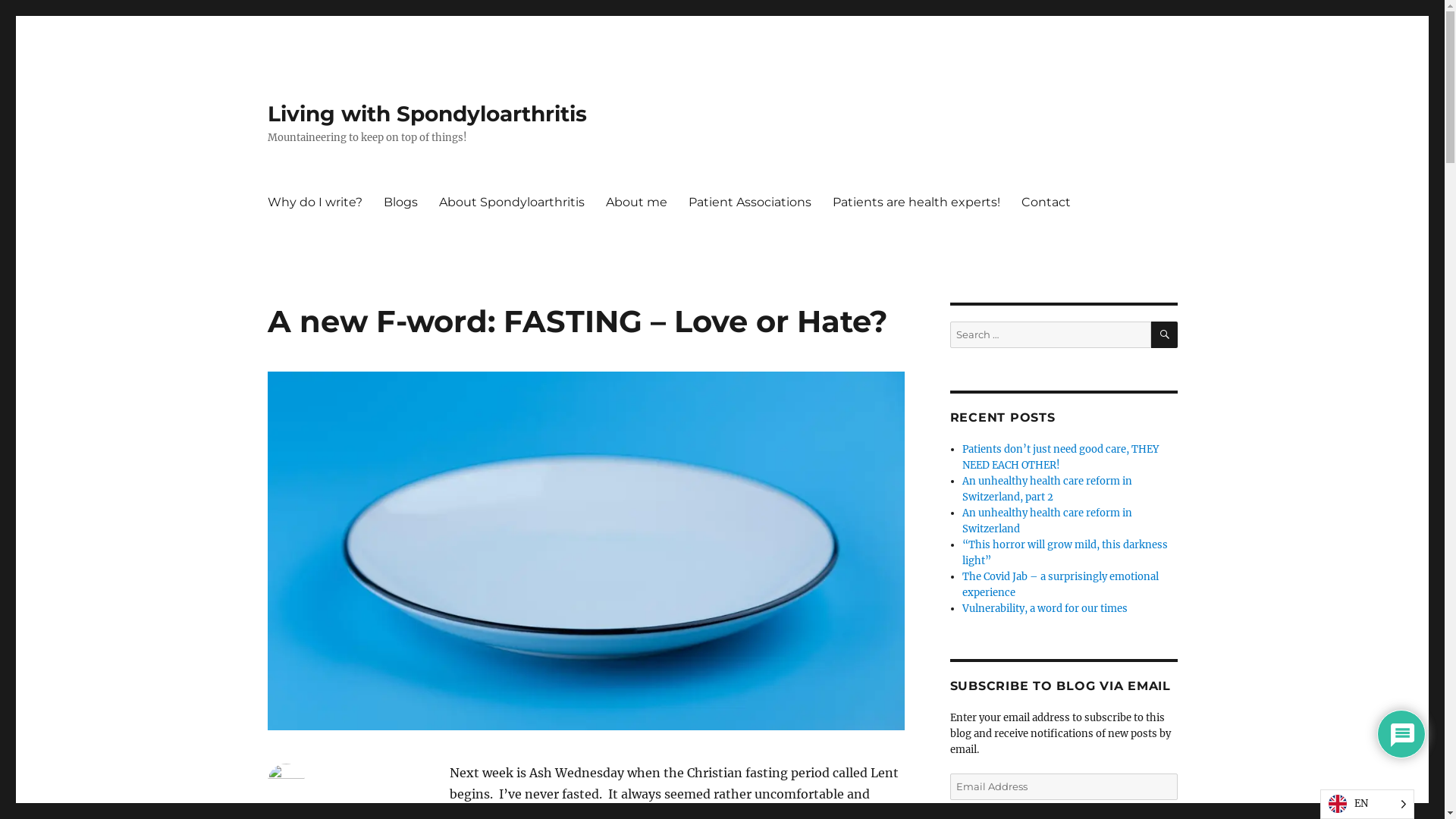 This screenshot has height=819, width=1456. Describe the element at coordinates (1009, 201) in the screenshot. I see `'Contact'` at that location.